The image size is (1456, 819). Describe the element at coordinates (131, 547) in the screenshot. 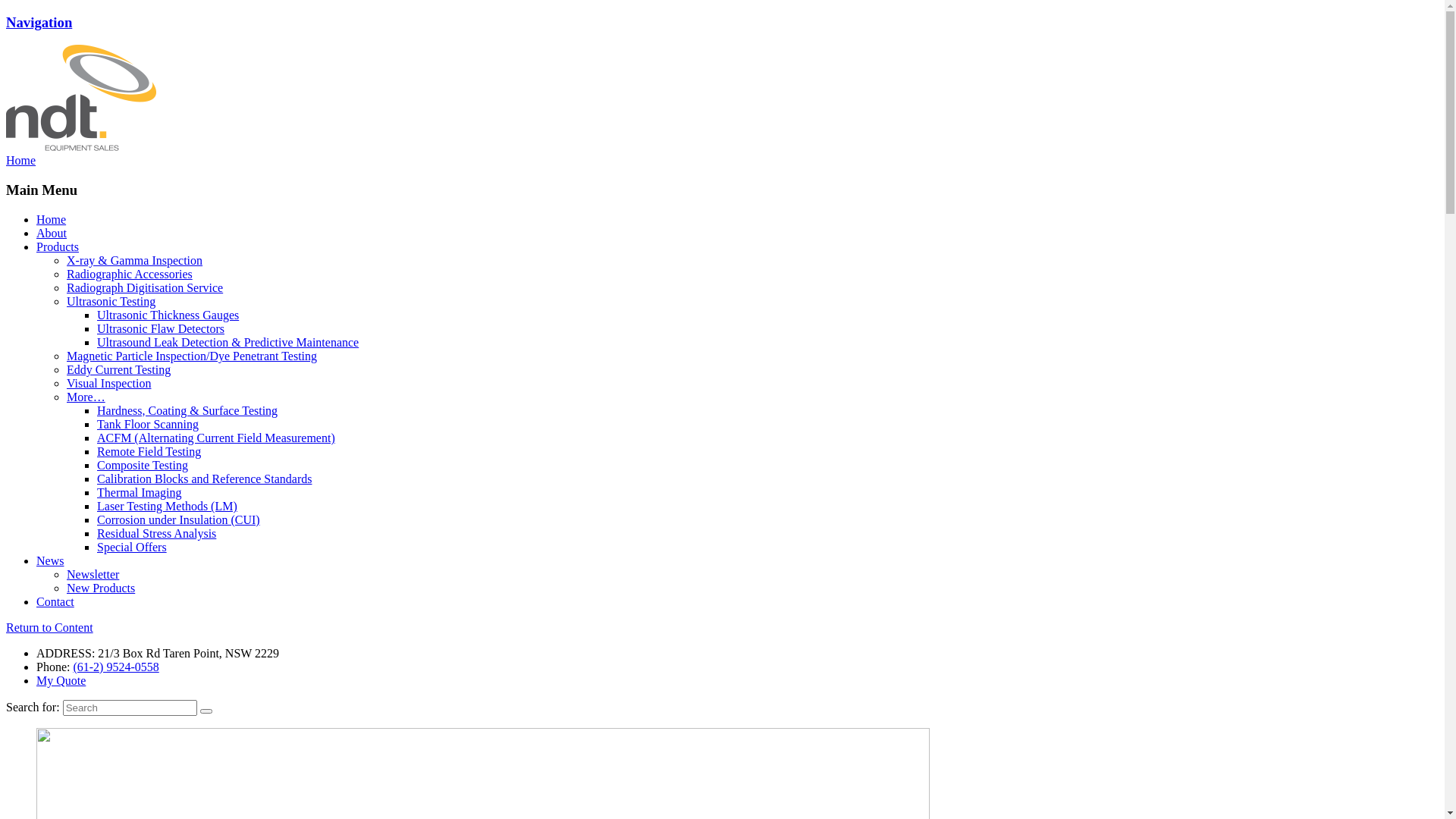

I see `'Special Offers'` at that location.